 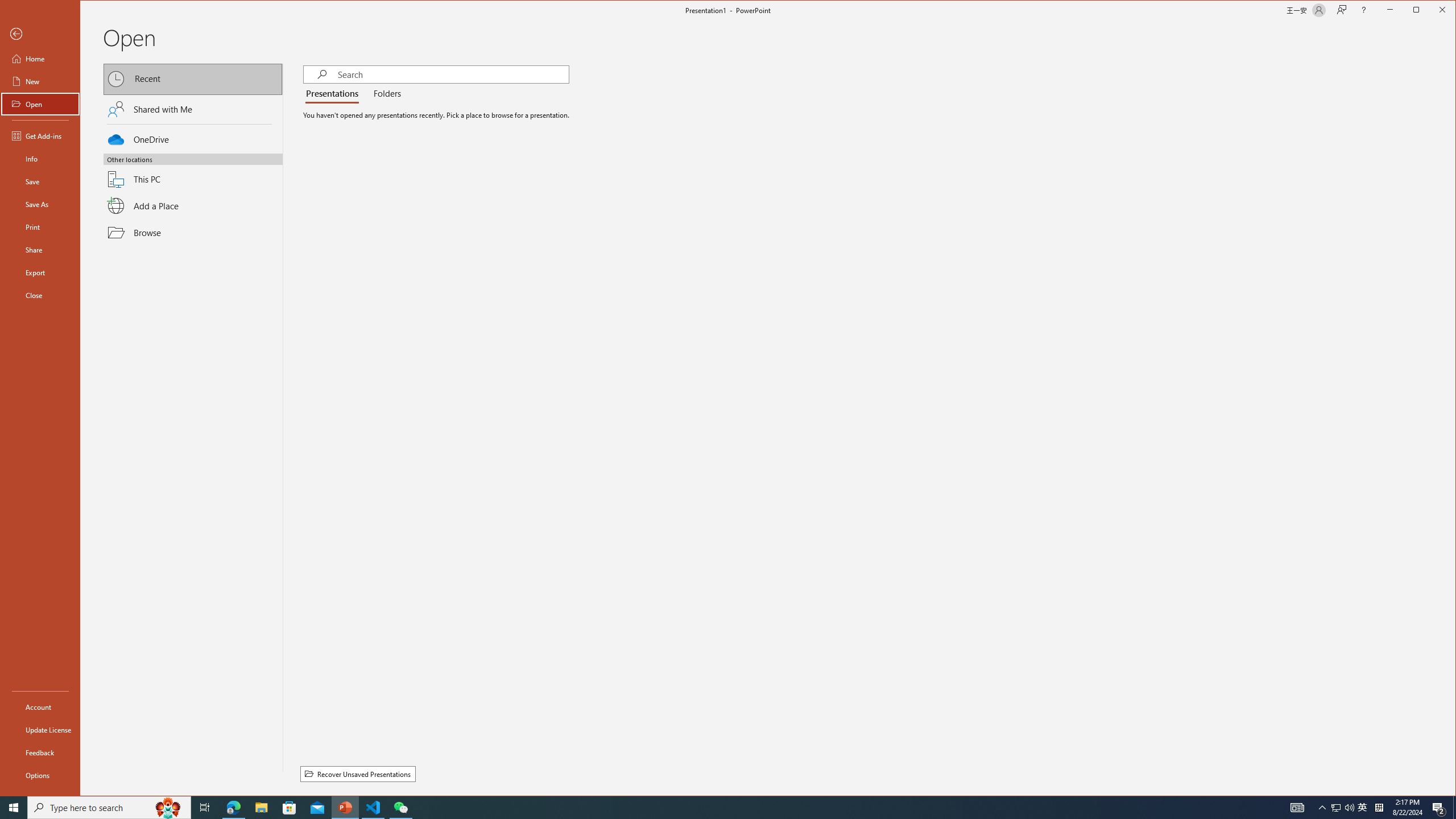 I want to click on 'Export', so click(x=39, y=272).